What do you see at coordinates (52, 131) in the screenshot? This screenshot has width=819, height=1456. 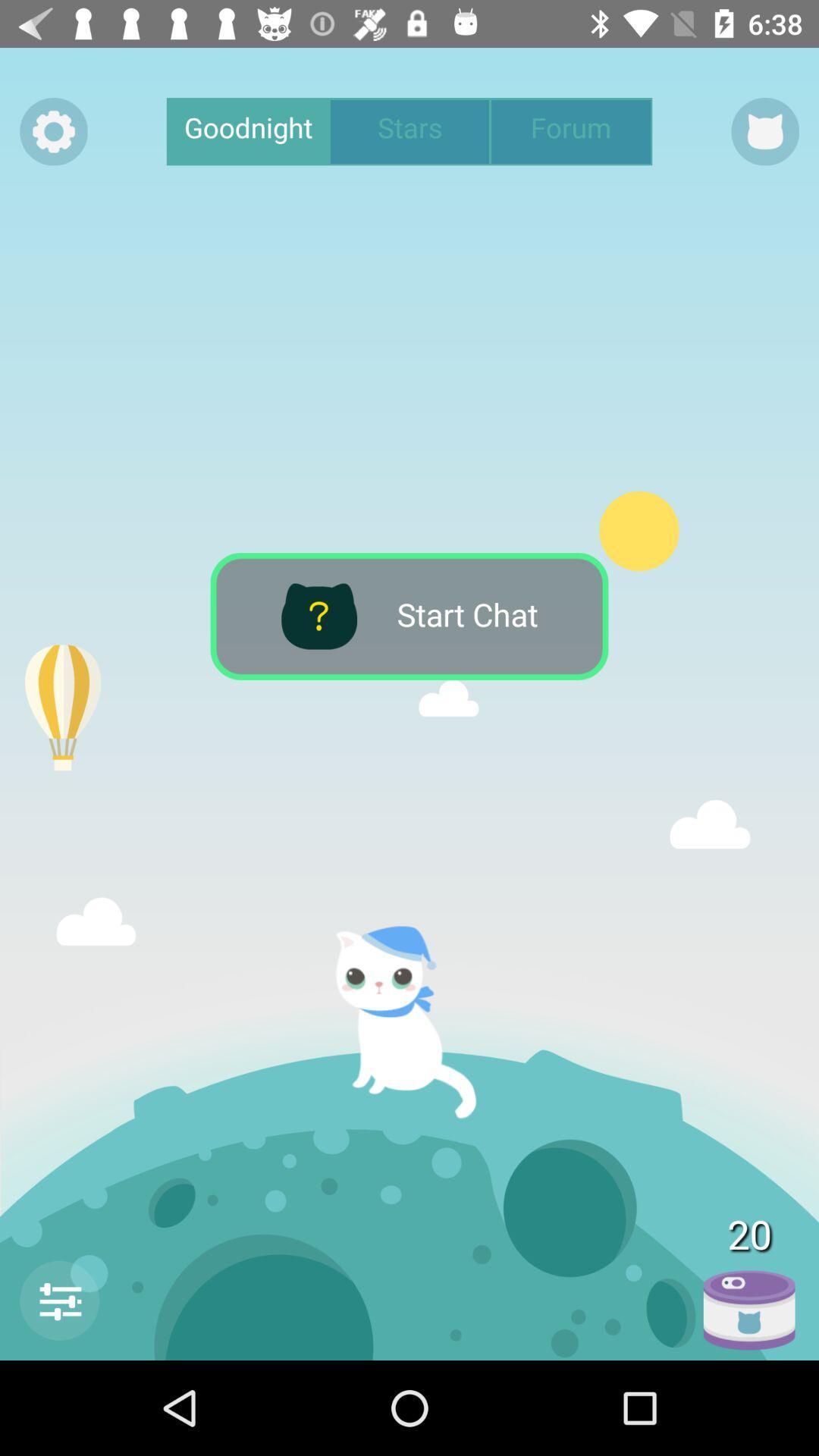 I see `the icon which is to the left side of the goodnight` at bounding box center [52, 131].